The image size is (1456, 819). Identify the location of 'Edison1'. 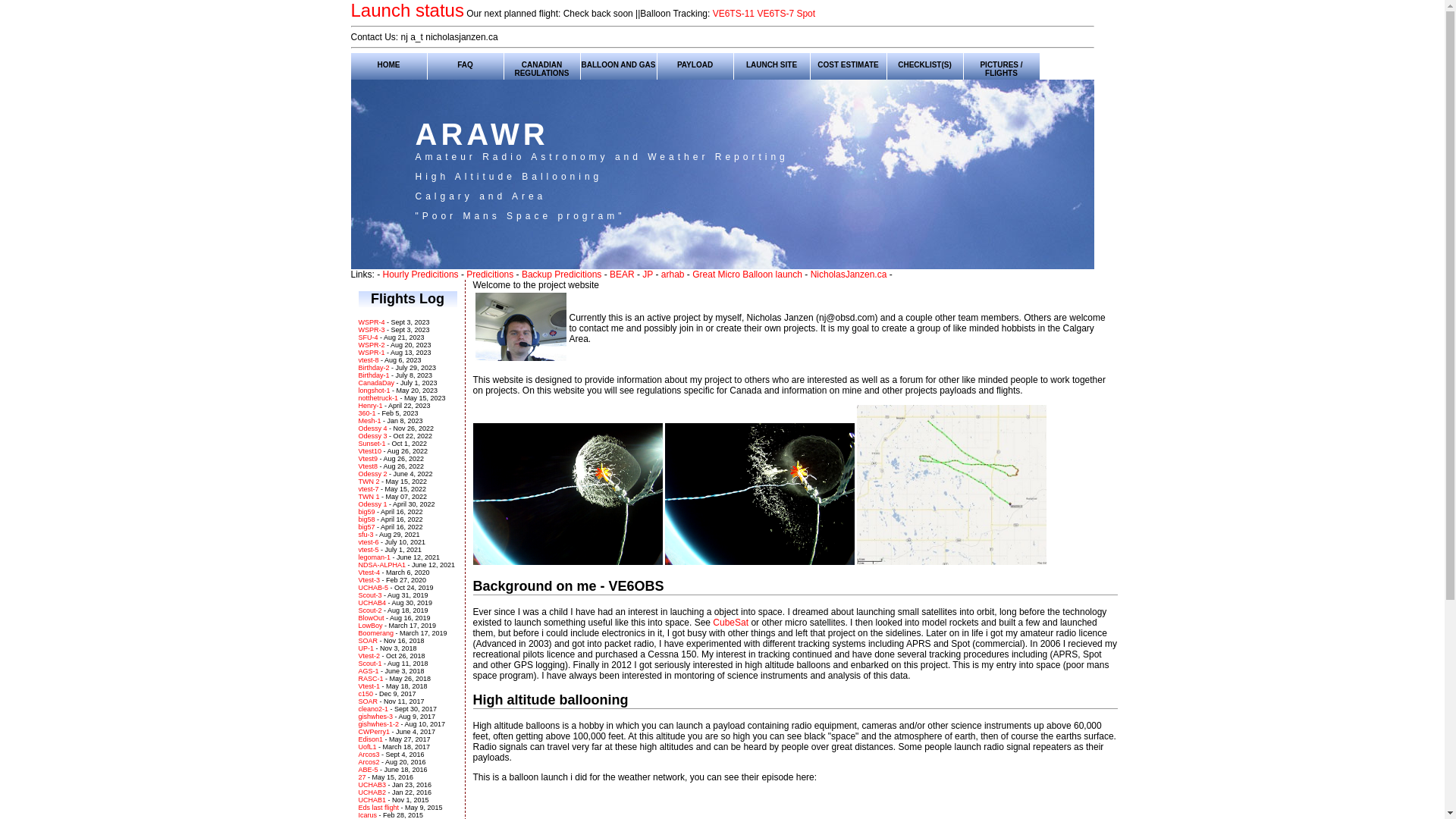
(371, 739).